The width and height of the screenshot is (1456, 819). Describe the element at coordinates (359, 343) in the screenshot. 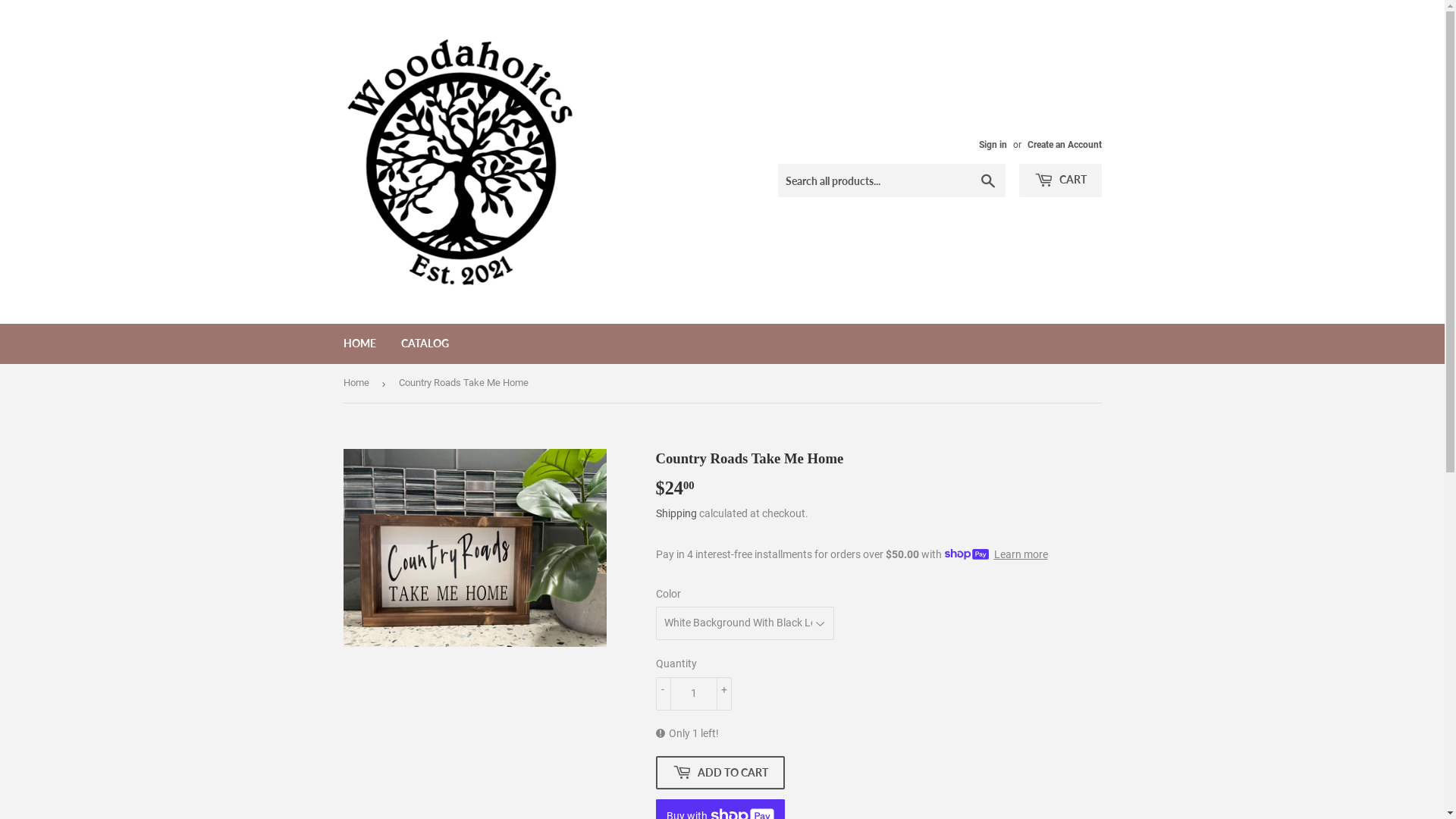

I see `'HOME'` at that location.